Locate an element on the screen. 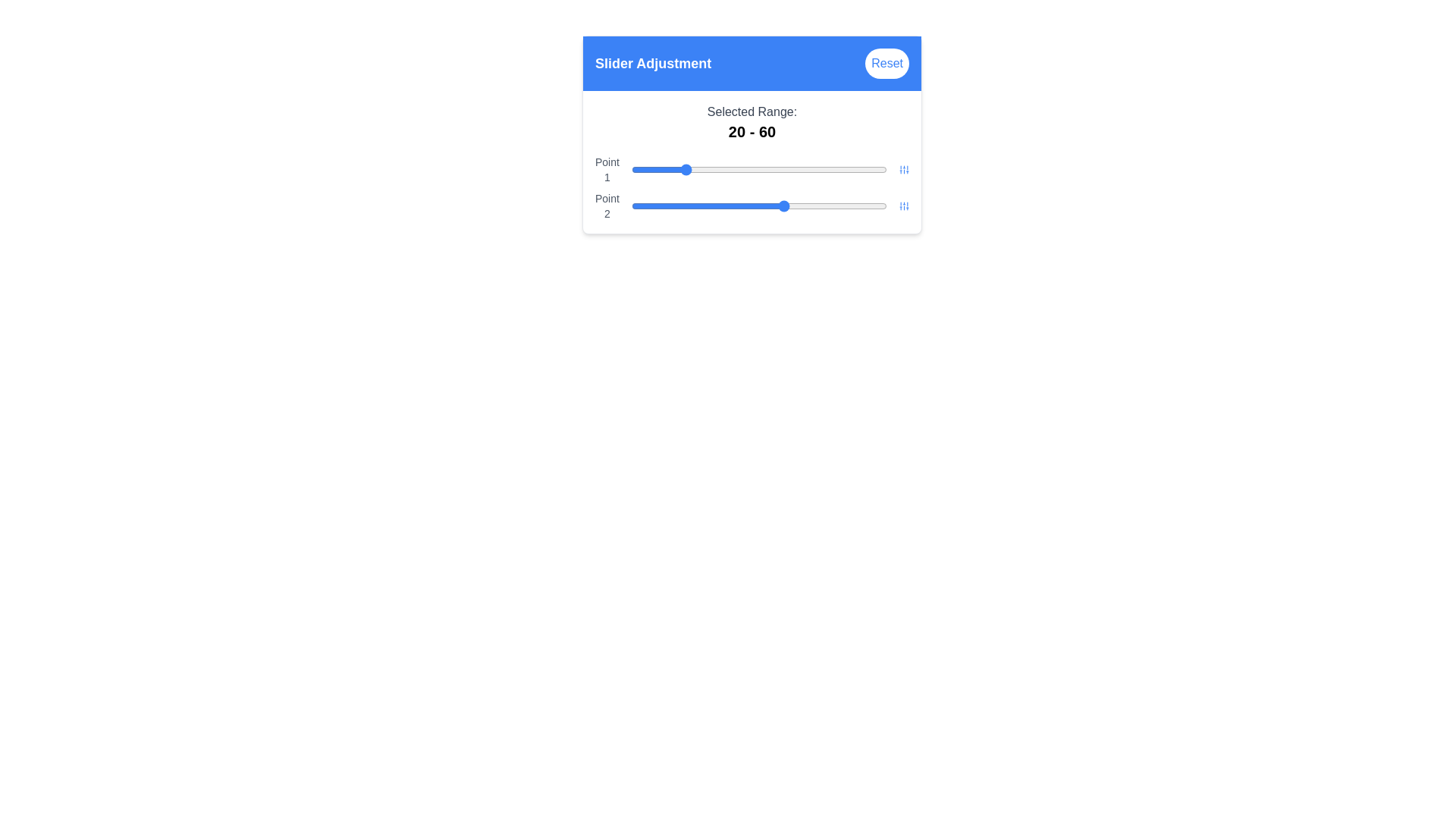 This screenshot has width=1456, height=819. the slider is located at coordinates (833, 206).